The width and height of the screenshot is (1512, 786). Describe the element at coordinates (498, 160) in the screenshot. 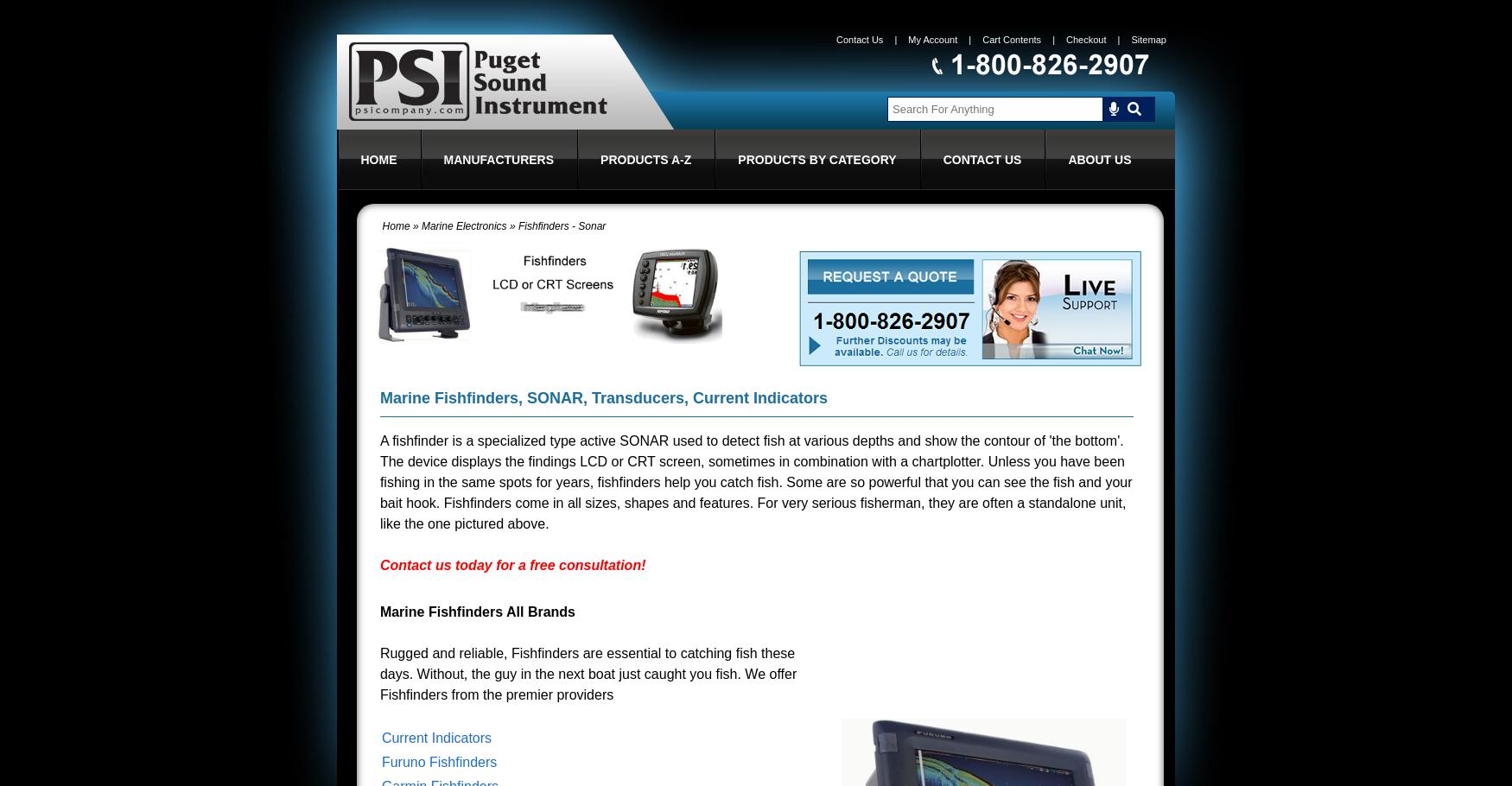

I see `'MANUFACTURERS'` at that location.